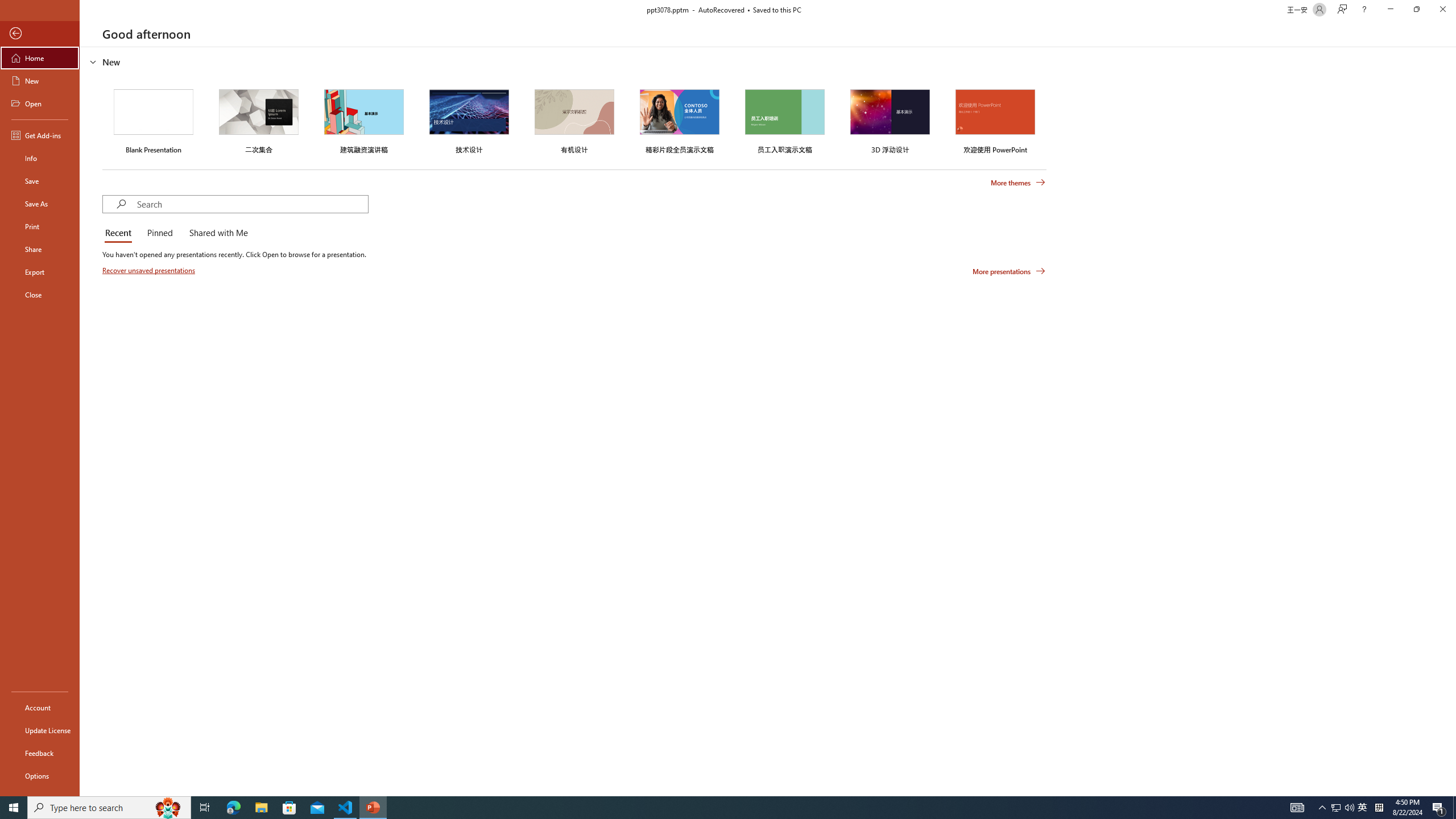 This screenshot has height=819, width=1456. I want to click on 'Export', so click(39, 272).